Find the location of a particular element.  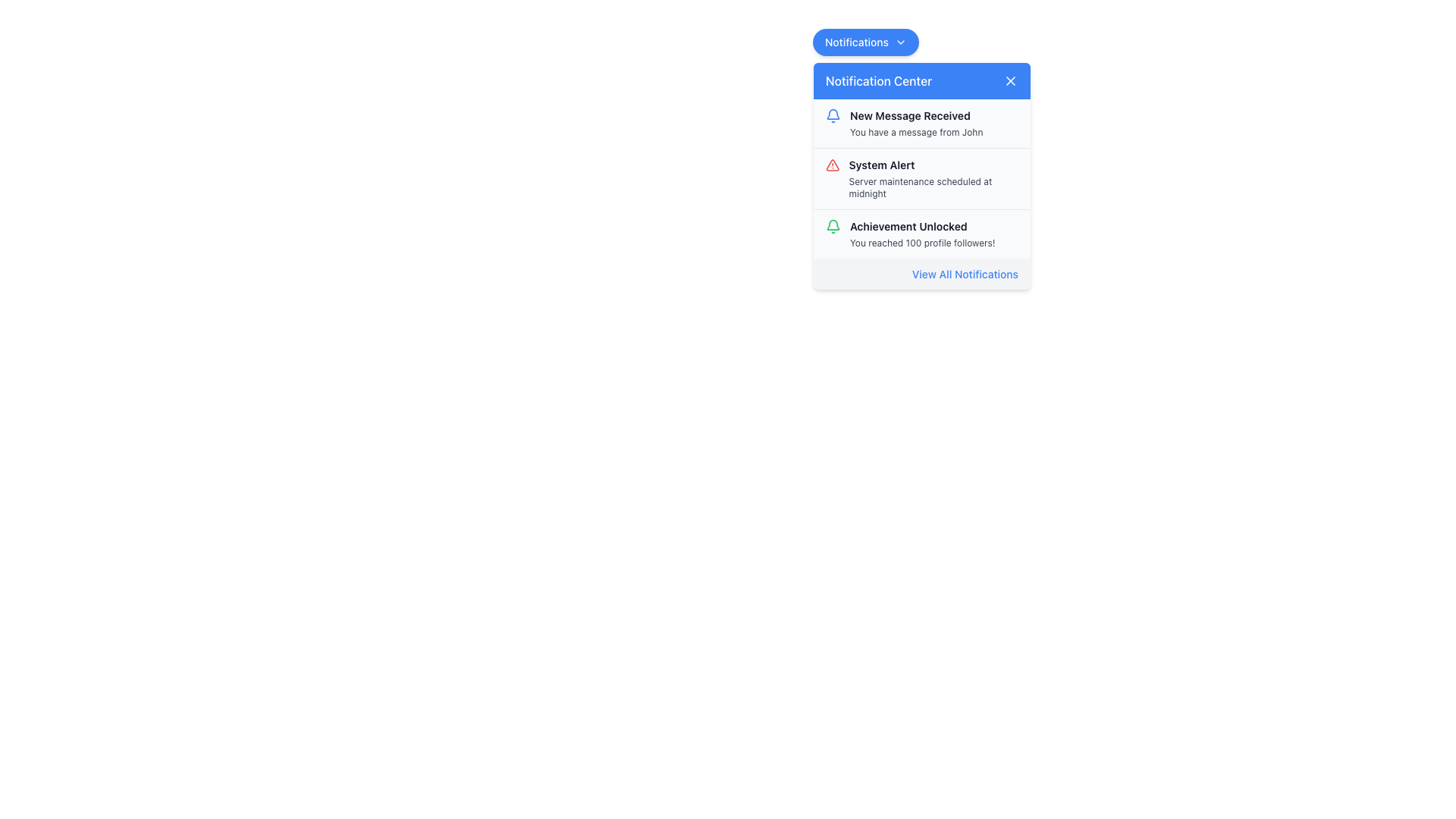

the downward-facing chevron SVG icon located immediately to the right of the 'Notifications' button is located at coordinates (901, 42).